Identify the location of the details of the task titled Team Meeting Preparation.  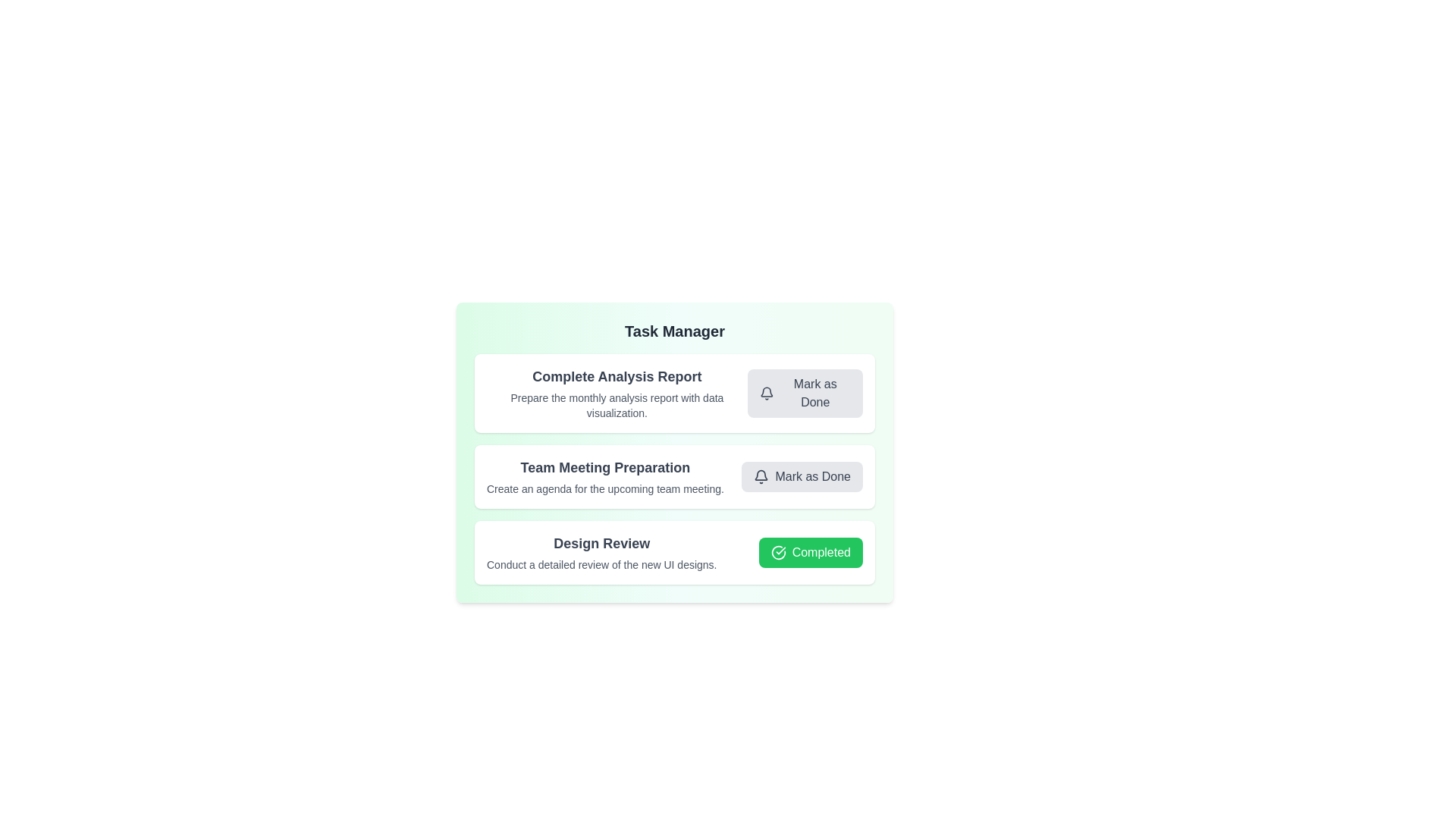
(604, 467).